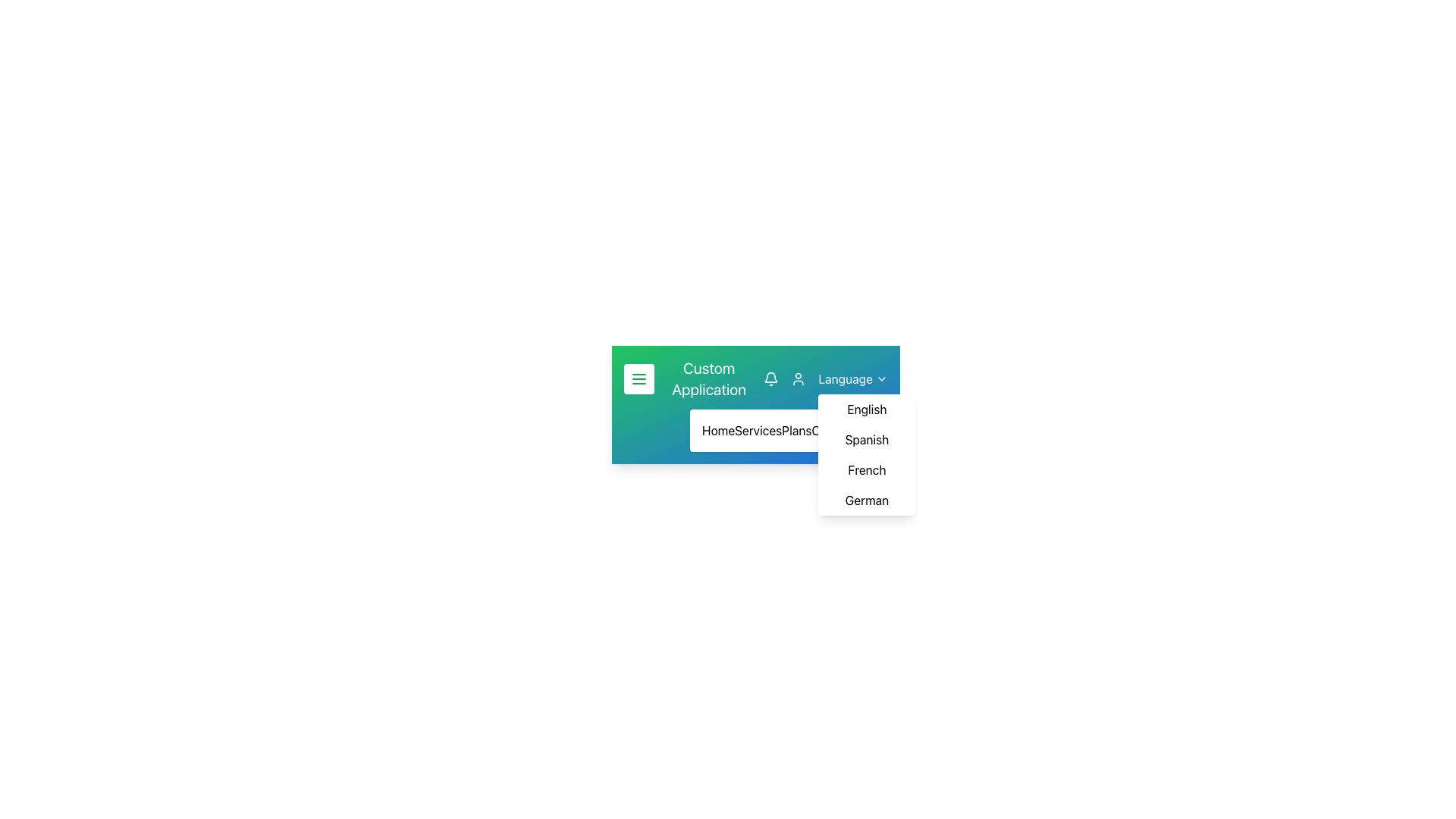  Describe the element at coordinates (756, 430) in the screenshot. I see `the Text-based Navigation Bar located below the 'Custom Application' and 'Language' options` at that location.